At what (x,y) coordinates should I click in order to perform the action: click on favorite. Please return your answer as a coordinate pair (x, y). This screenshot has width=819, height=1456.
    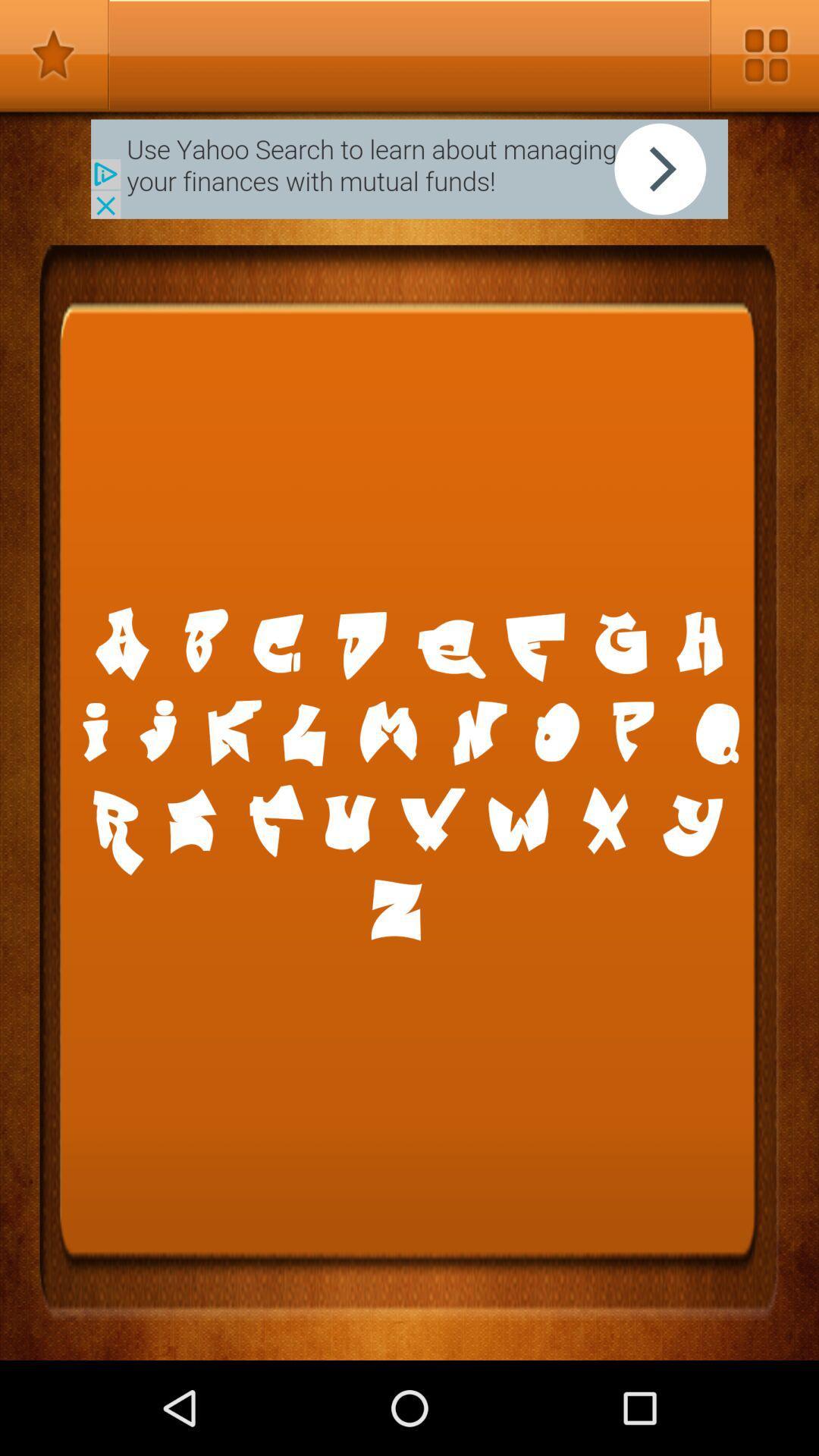
    Looking at the image, I should click on (54, 55).